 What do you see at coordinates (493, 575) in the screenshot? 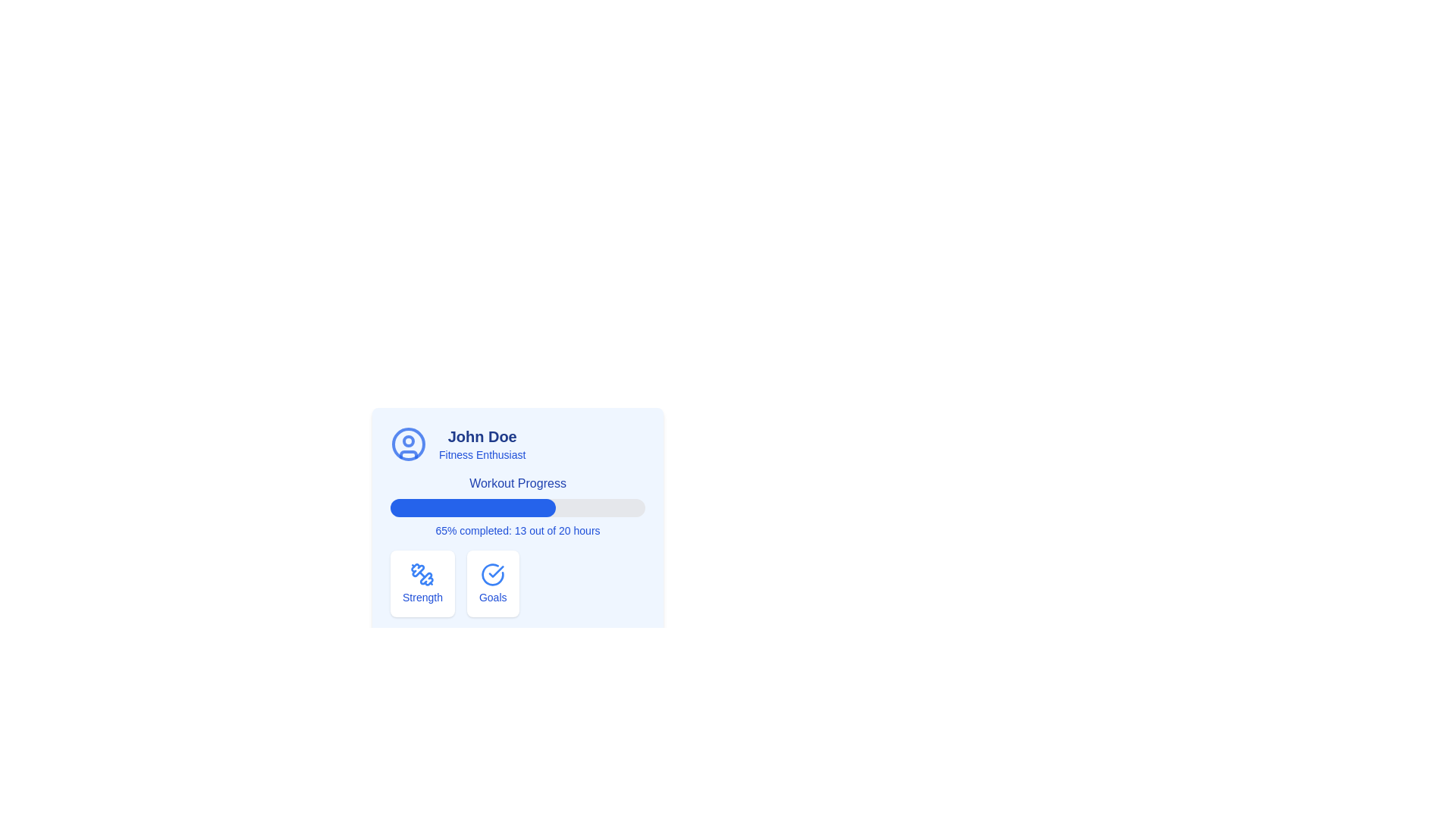
I see `the success icon located at the top center of the 'Goals' card, which indicates the completion of goals` at bounding box center [493, 575].